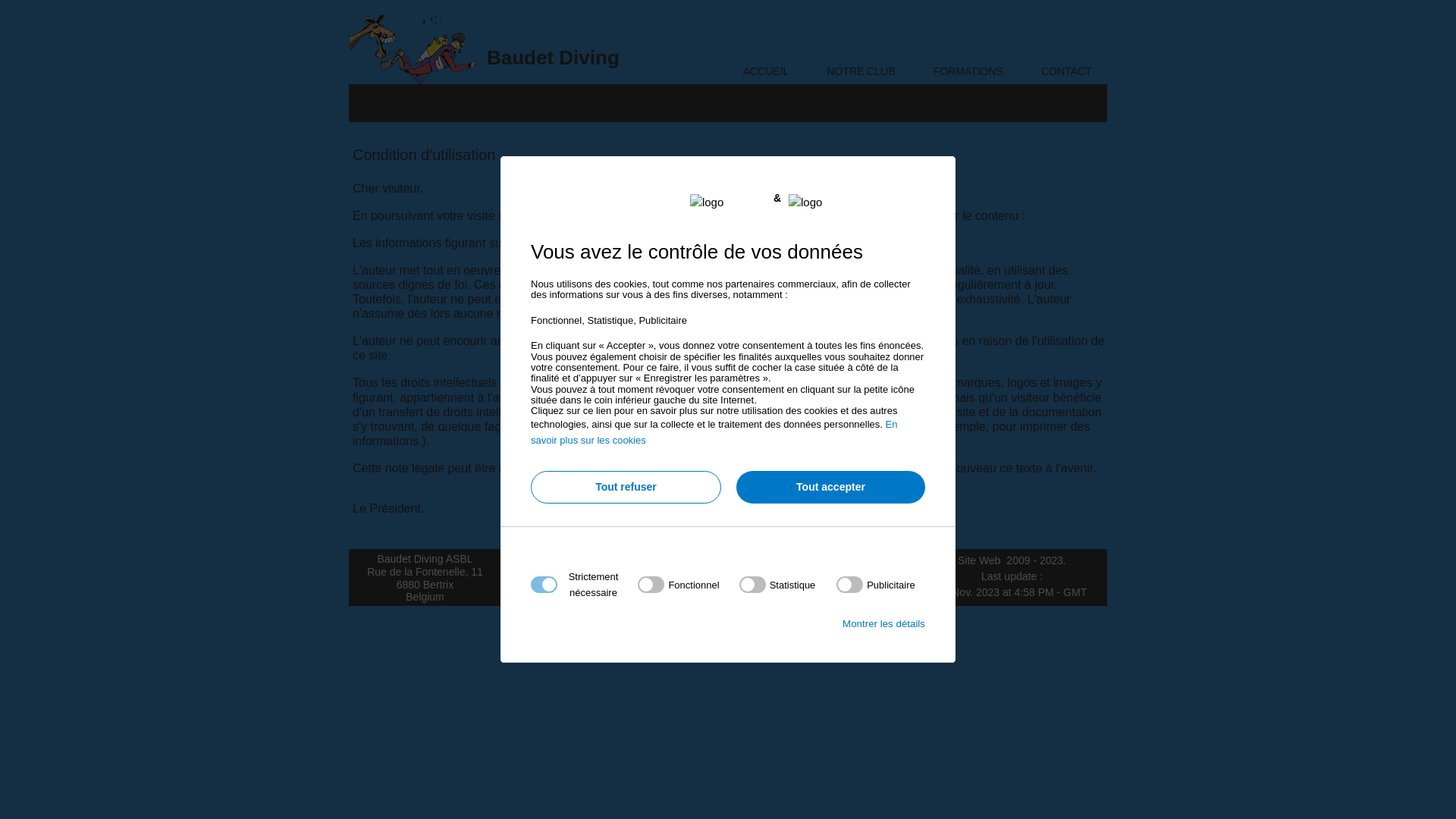 The width and height of the screenshot is (1456, 819). Describe the element at coordinates (713, 432) in the screenshot. I see `'En savoir plus sur les cookies'` at that location.